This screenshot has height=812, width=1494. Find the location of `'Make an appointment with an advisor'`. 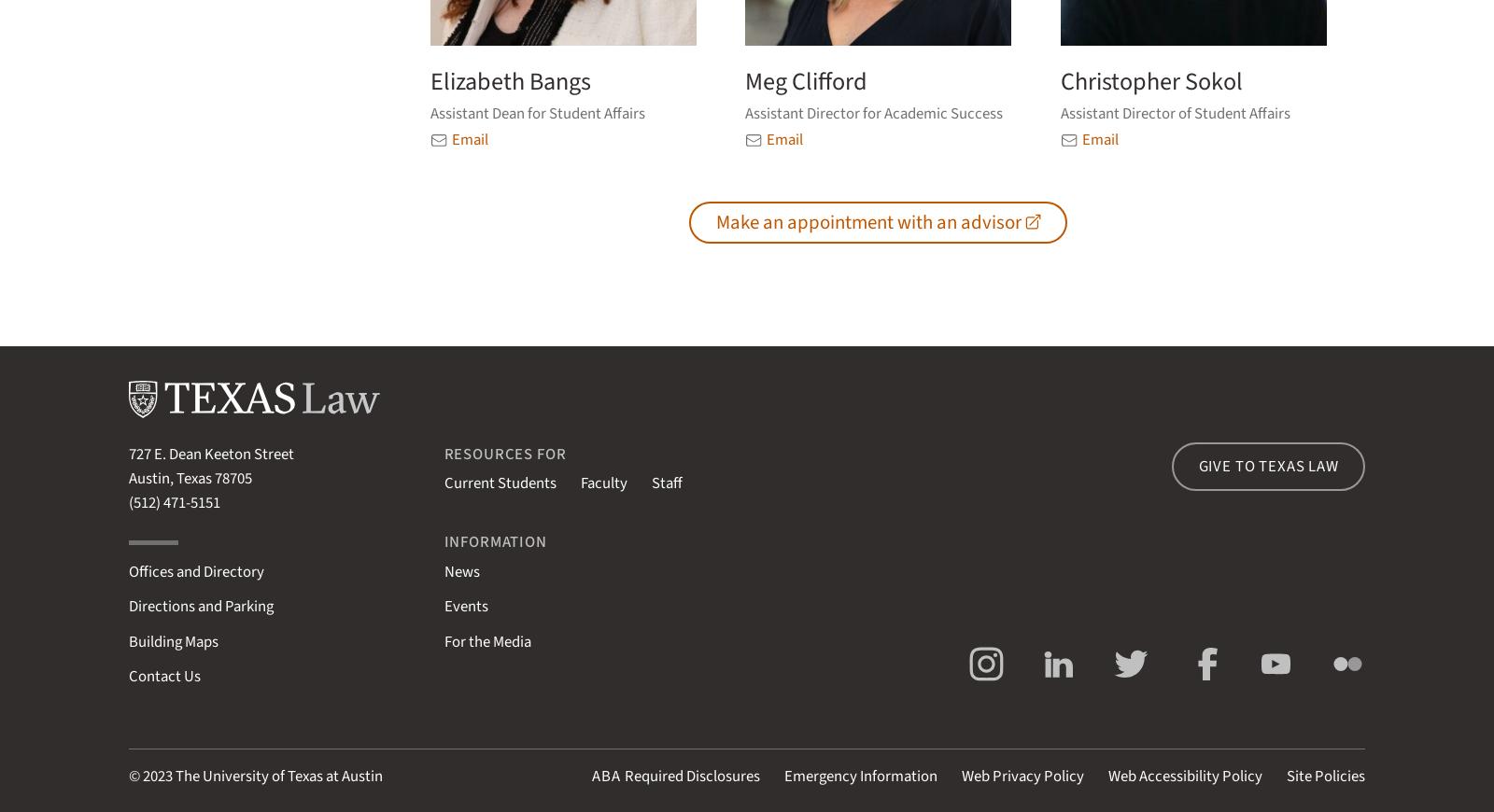

'Make an appointment with an advisor' is located at coordinates (867, 221).